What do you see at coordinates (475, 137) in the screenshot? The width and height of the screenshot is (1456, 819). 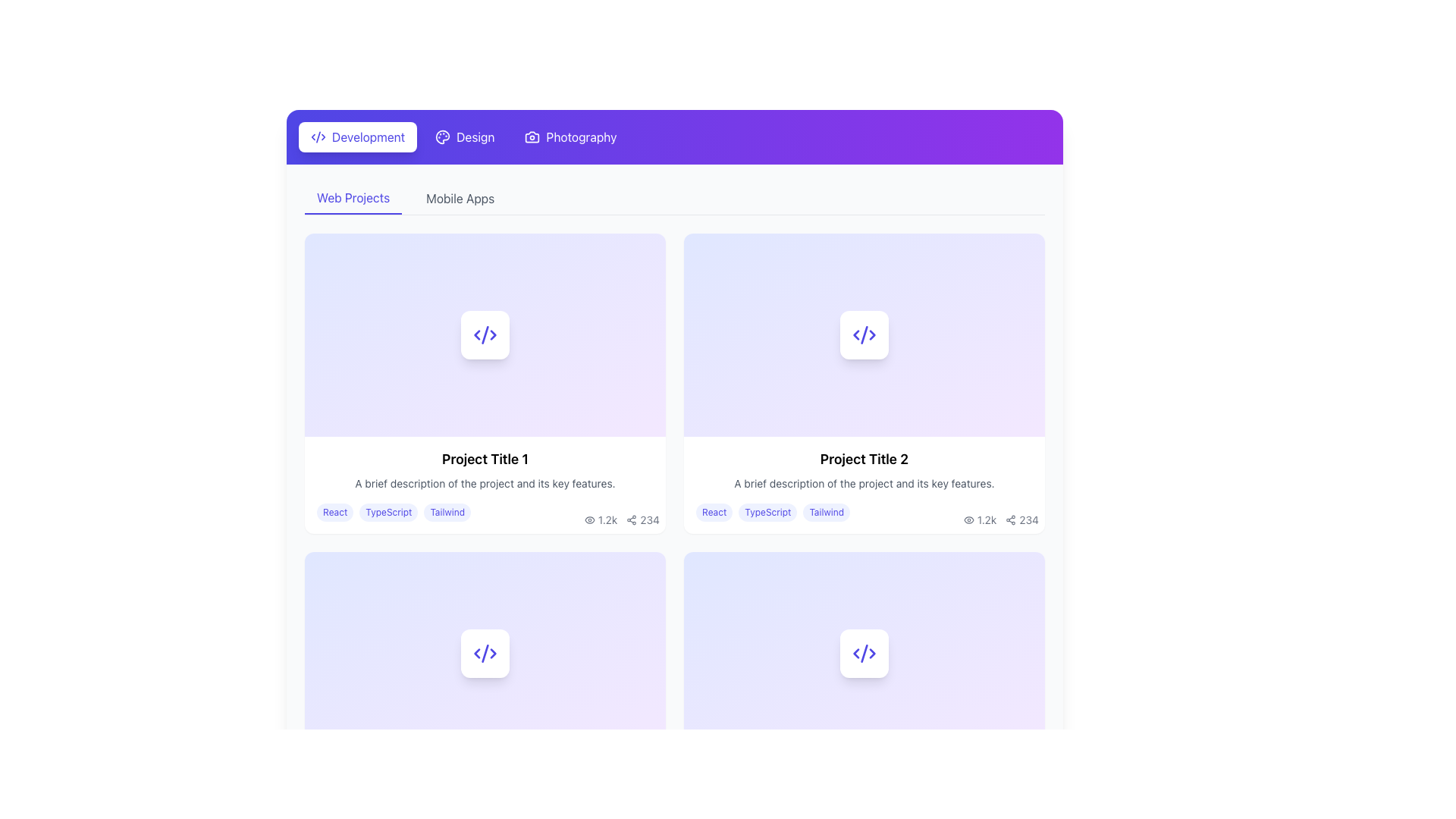 I see `the navigation link labeled 'Design' located to the right of the 'Development' label and left of the 'Photography' icon` at bounding box center [475, 137].